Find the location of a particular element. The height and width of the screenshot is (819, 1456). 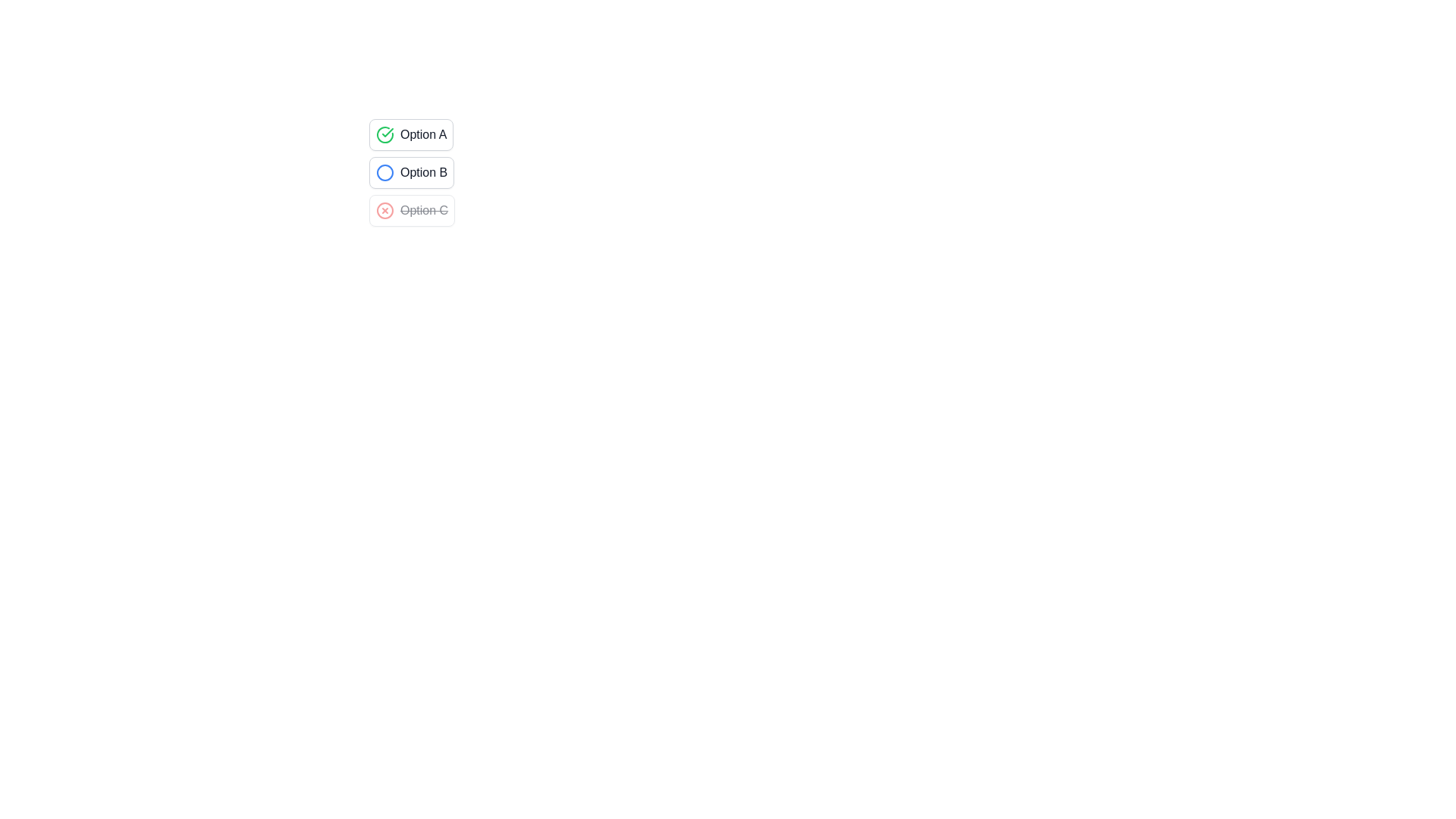

the TextLabel that displays 'Option A', which serves as a label for the first selectable option in a list of choices is located at coordinates (423, 133).